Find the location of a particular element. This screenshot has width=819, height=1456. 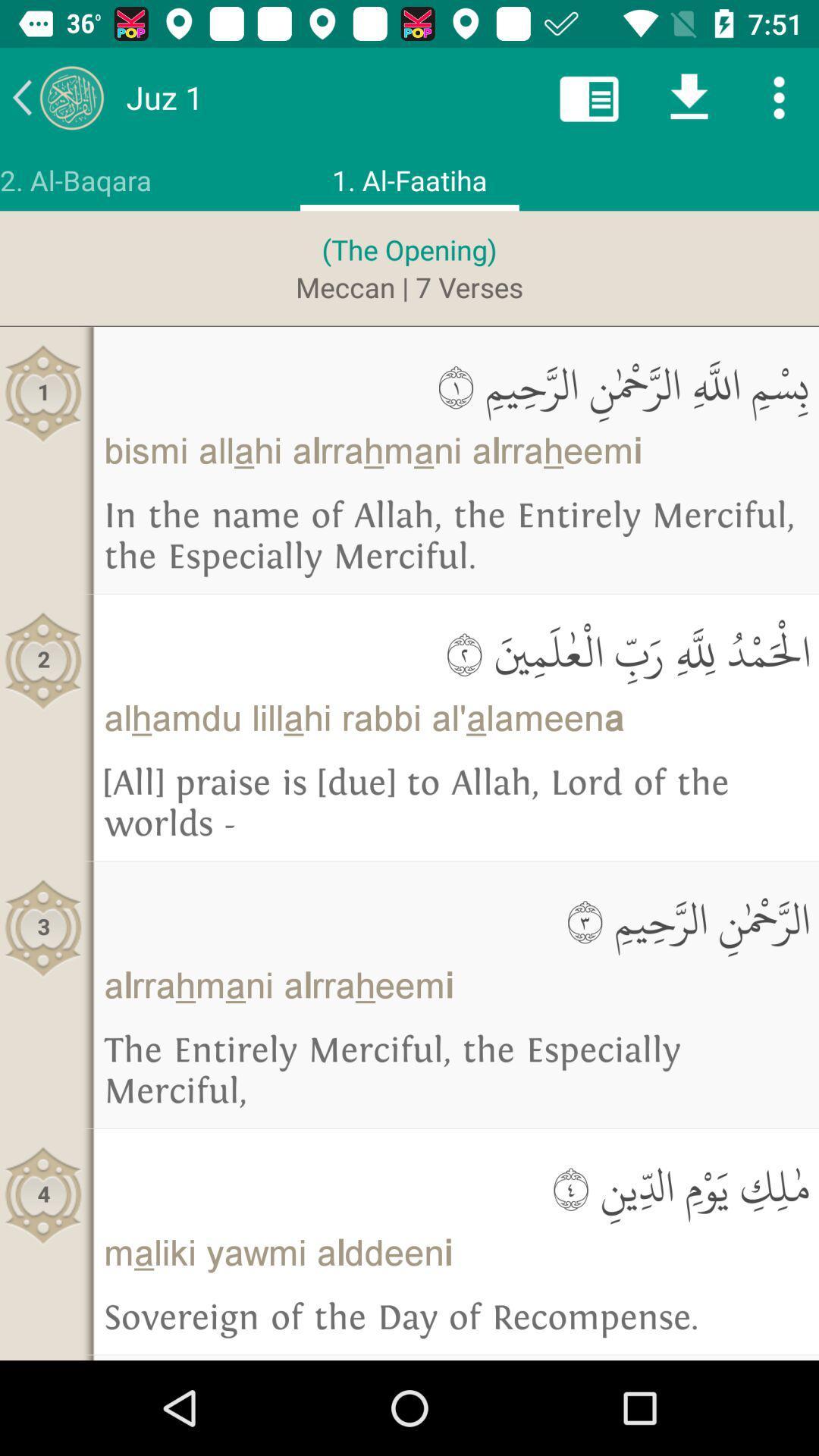

item below the entirely merciful item is located at coordinates (455, 1186).